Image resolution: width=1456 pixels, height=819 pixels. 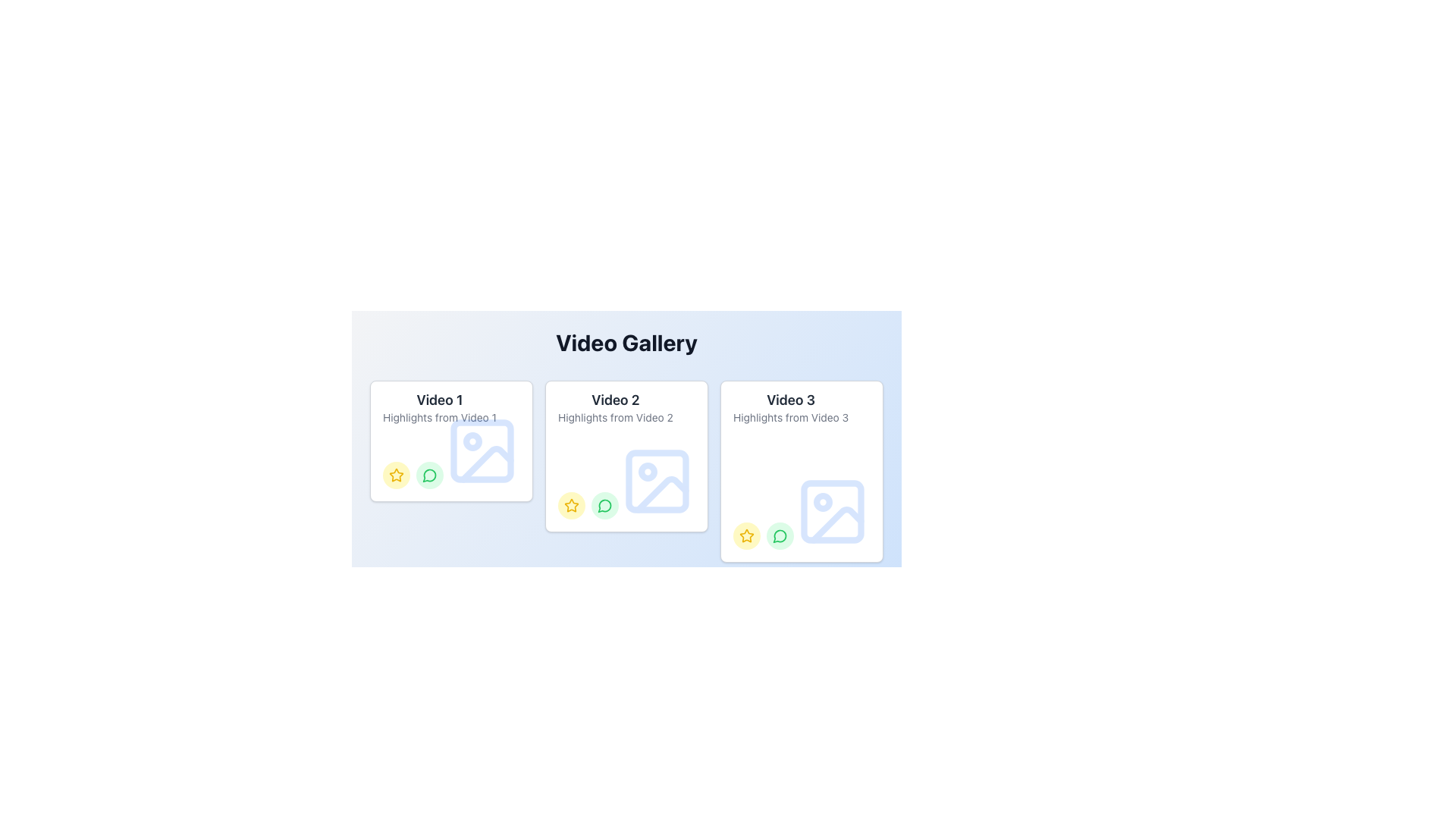 What do you see at coordinates (657, 482) in the screenshot?
I see `the media icon within the 'Video 2' card in the gallery display, which is located towards the center-right beneath the title and subtitle text` at bounding box center [657, 482].